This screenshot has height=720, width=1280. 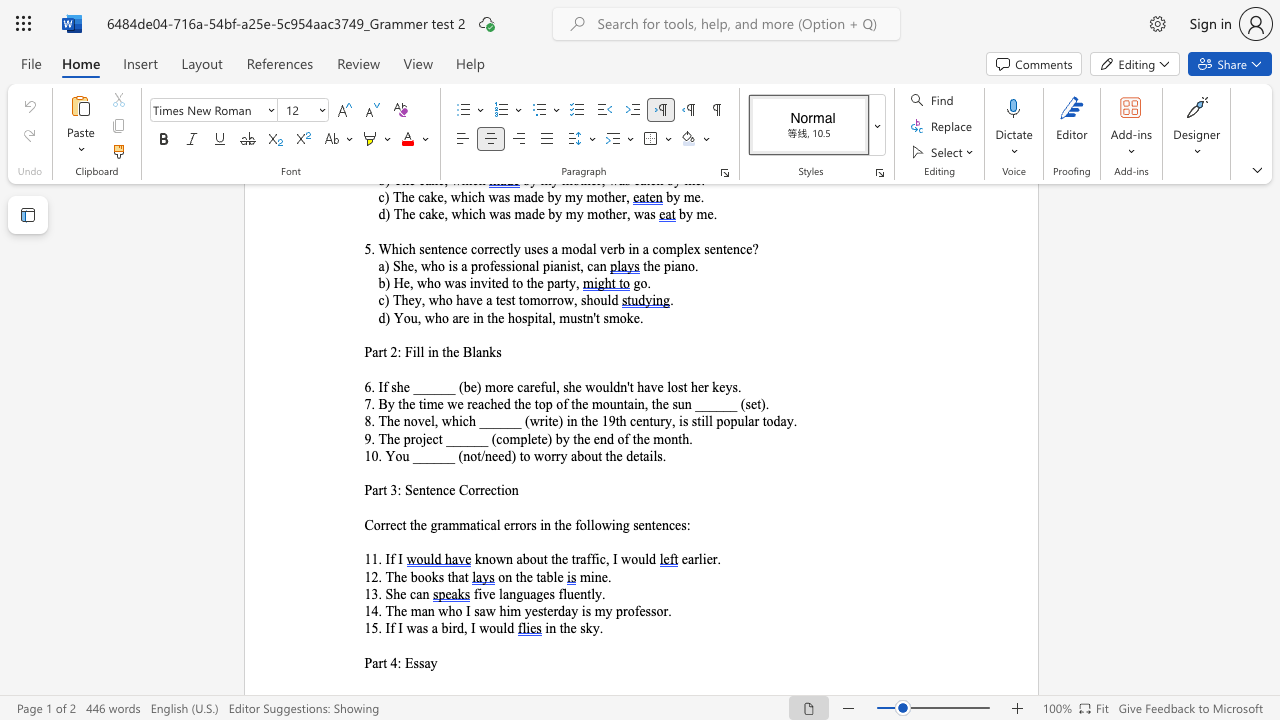 I want to click on the subset text "__ (complete) by the end of the m" within the text "9. The project ______ (complete) by the end of the month.", so click(x=473, y=437).